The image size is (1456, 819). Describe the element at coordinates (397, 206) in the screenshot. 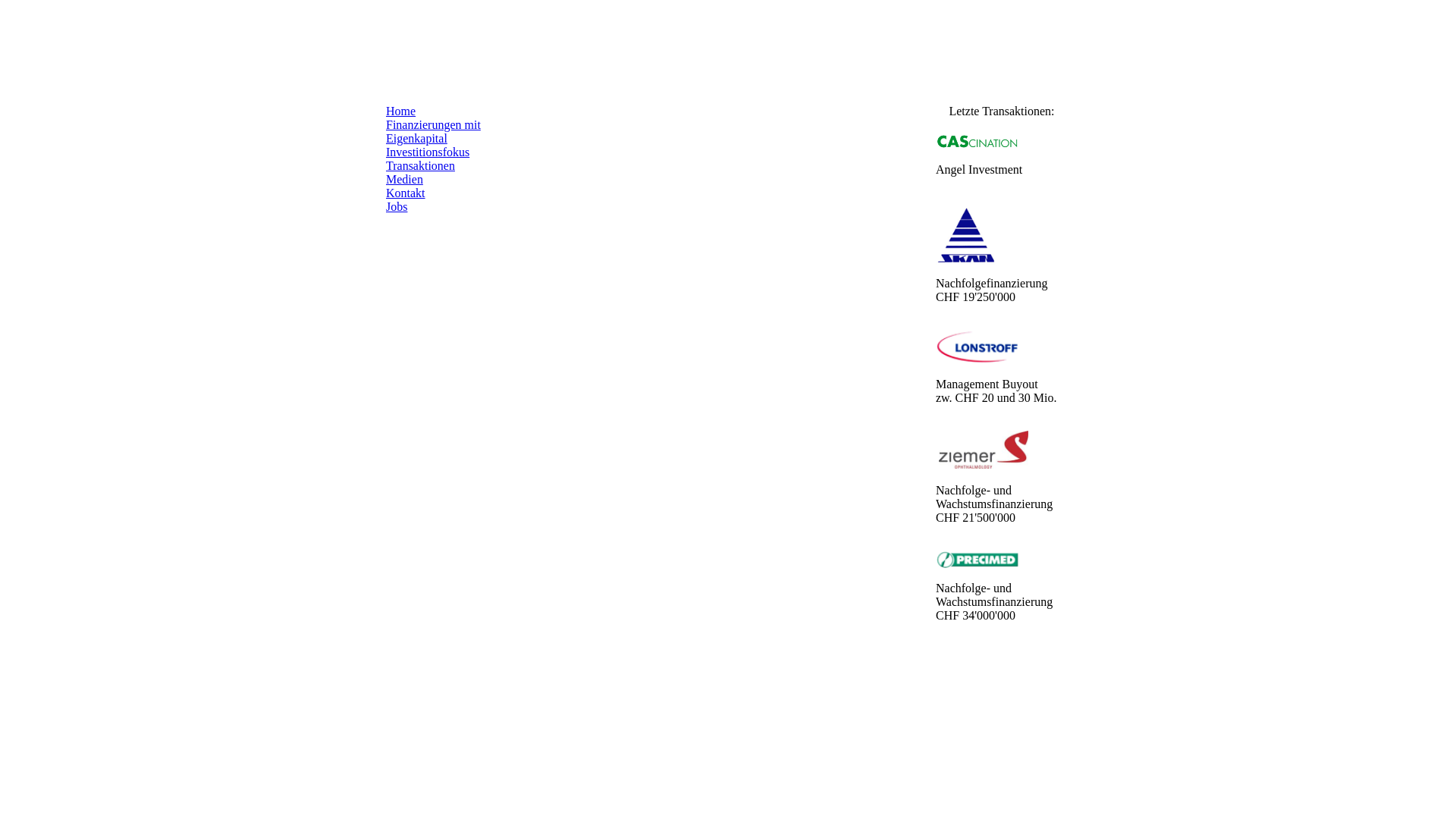

I see `'Jobs'` at that location.